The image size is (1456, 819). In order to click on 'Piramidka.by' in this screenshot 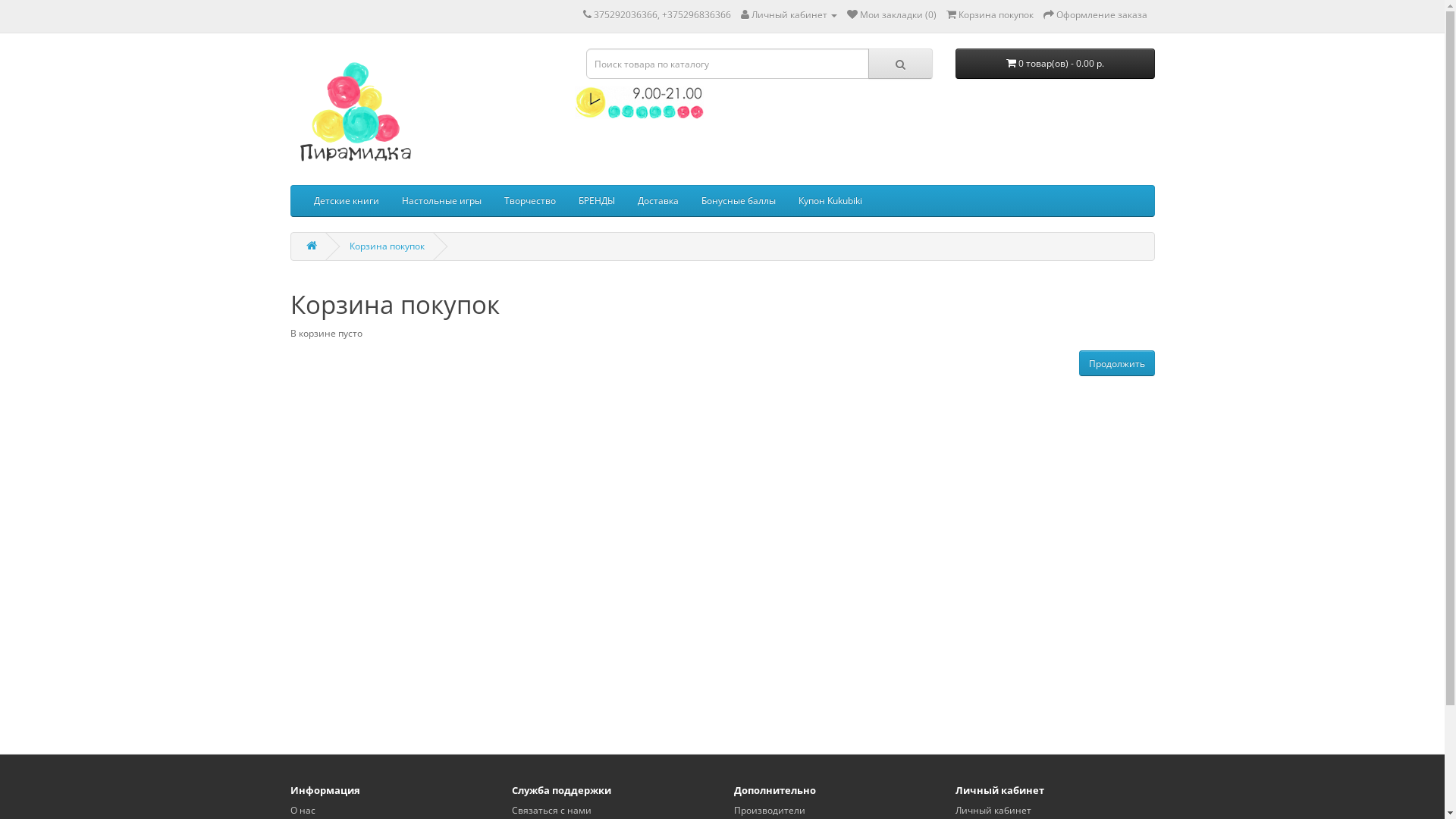, I will do `click(353, 112)`.